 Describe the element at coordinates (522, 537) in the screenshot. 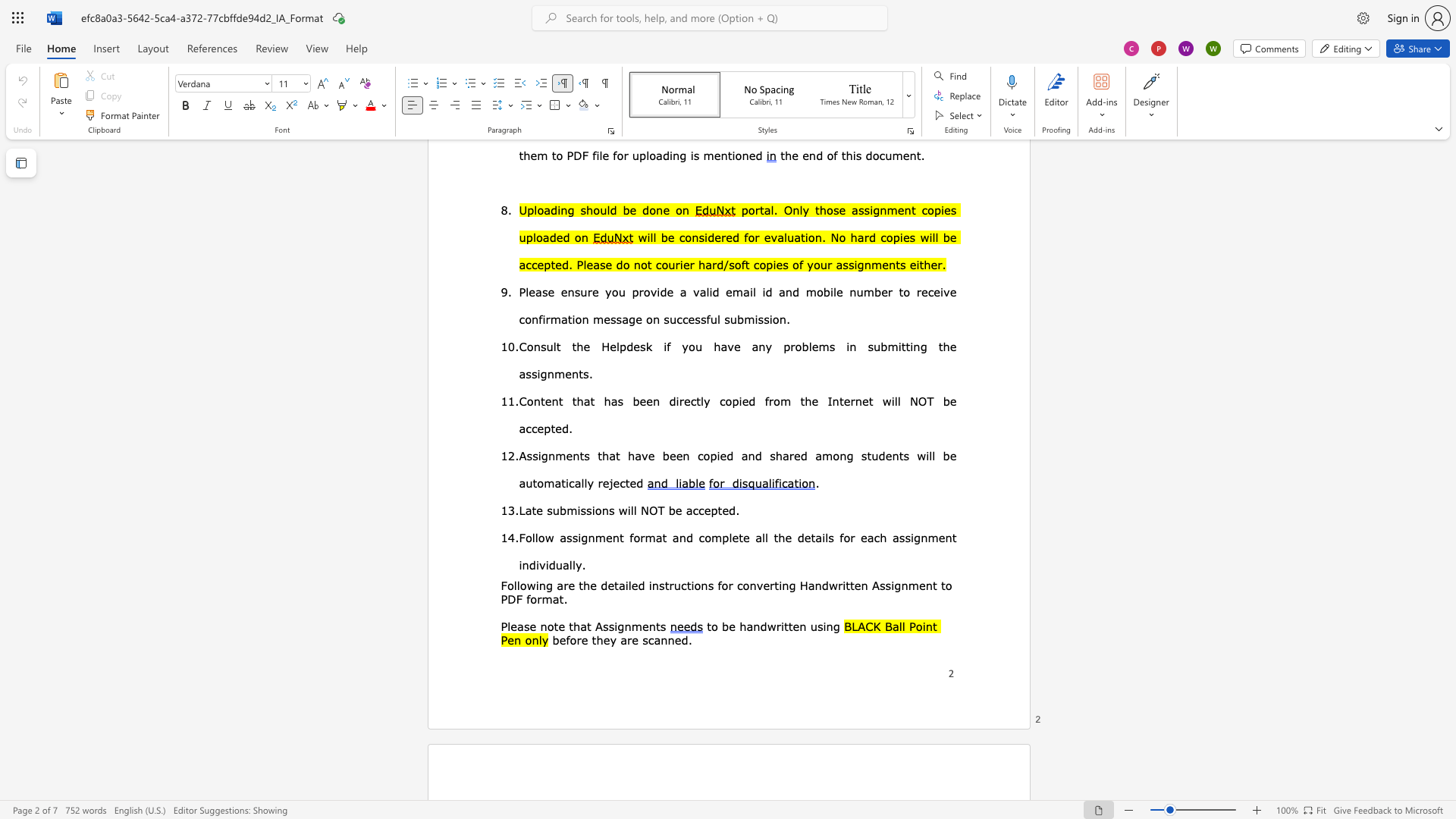

I see `the 1th character "F" in the text` at that location.